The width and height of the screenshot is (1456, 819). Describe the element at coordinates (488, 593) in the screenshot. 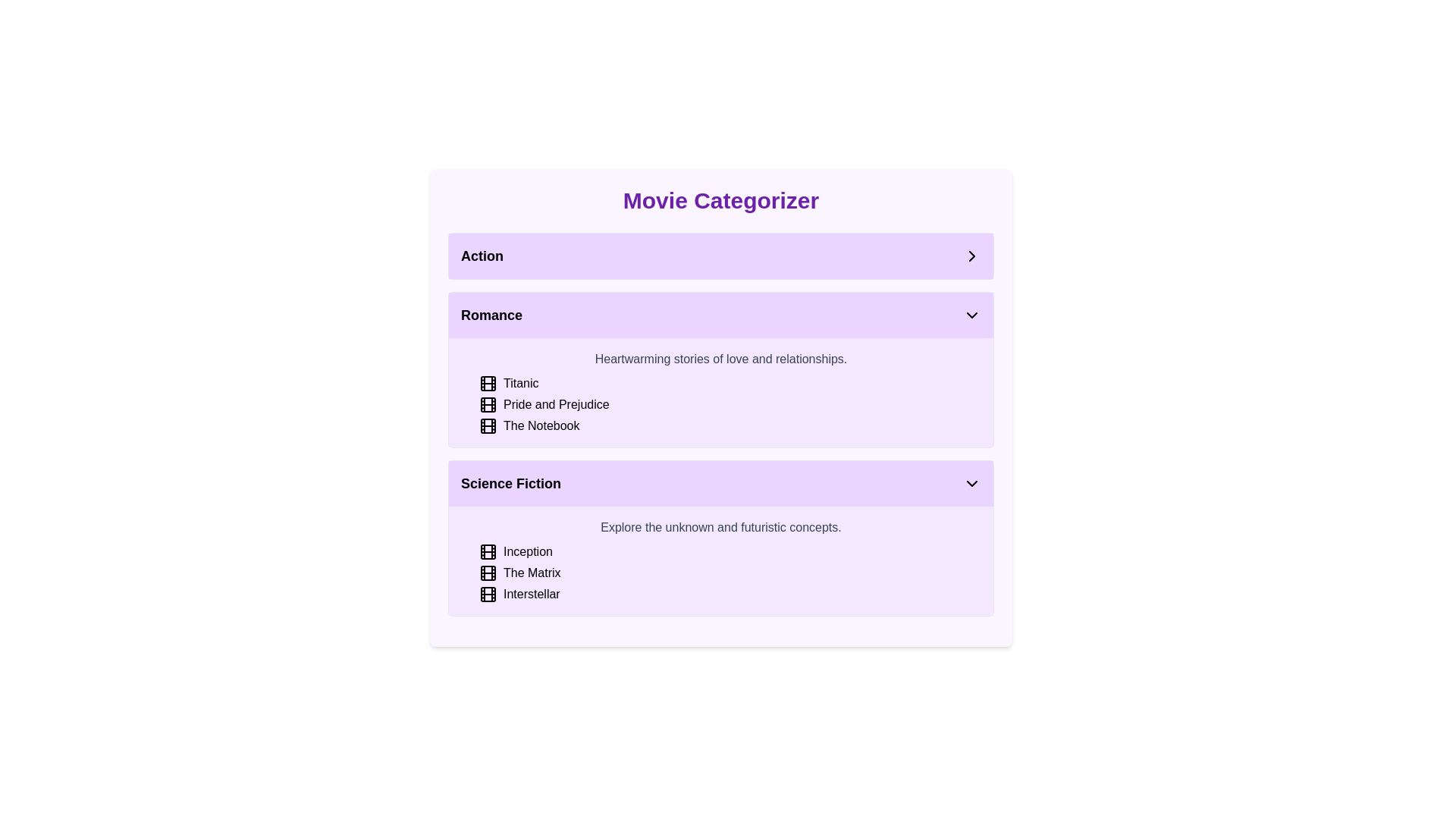

I see `the film icon located to the left of the 'Interstellar' label in the 'Science Fiction' category section of the 'Movie Categorizer' interface` at that location.